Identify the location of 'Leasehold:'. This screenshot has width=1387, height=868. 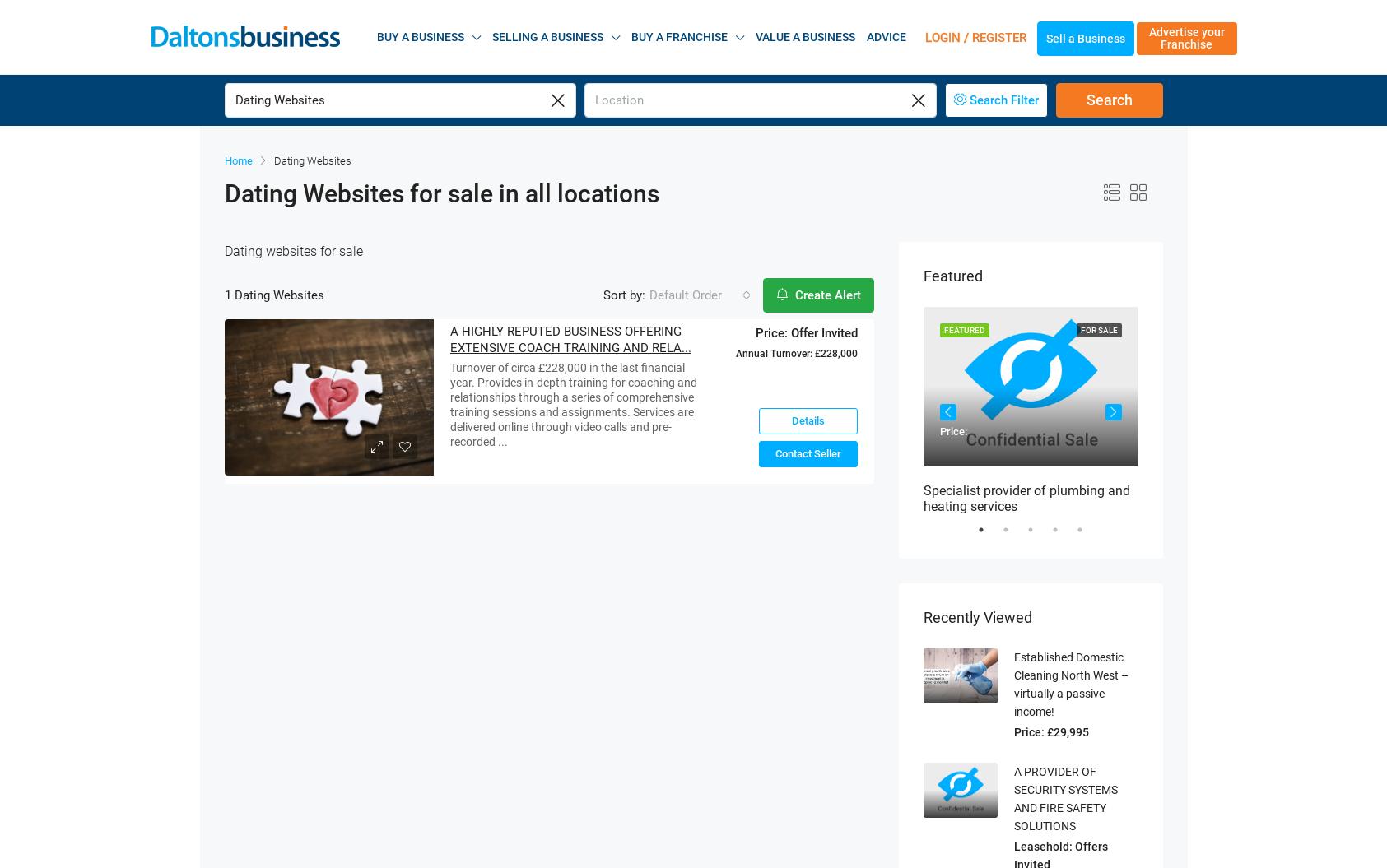
(1043, 824).